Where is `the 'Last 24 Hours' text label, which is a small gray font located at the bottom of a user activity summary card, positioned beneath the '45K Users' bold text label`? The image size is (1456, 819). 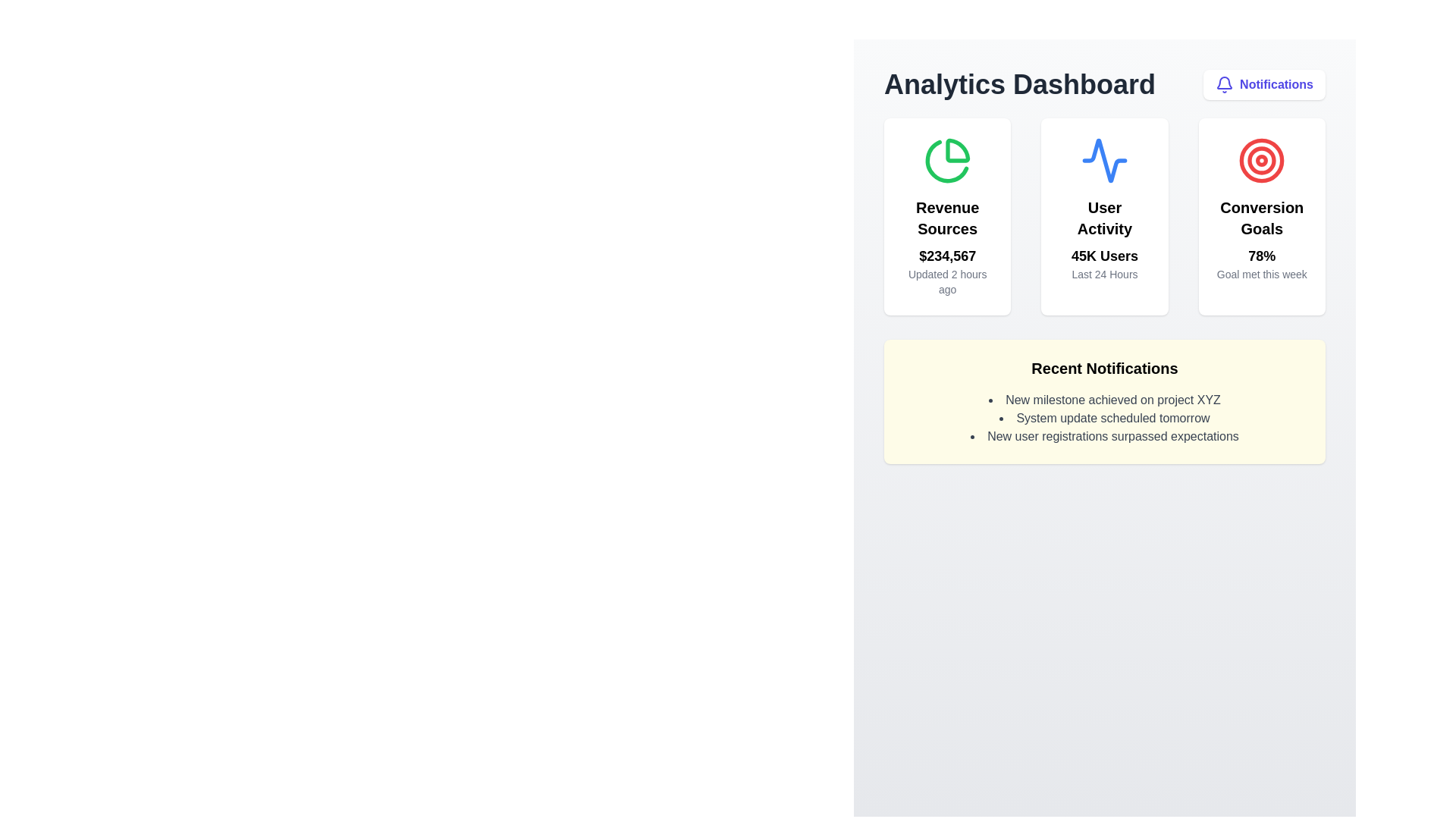 the 'Last 24 Hours' text label, which is a small gray font located at the bottom of a user activity summary card, positioned beneath the '45K Users' bold text label is located at coordinates (1104, 275).